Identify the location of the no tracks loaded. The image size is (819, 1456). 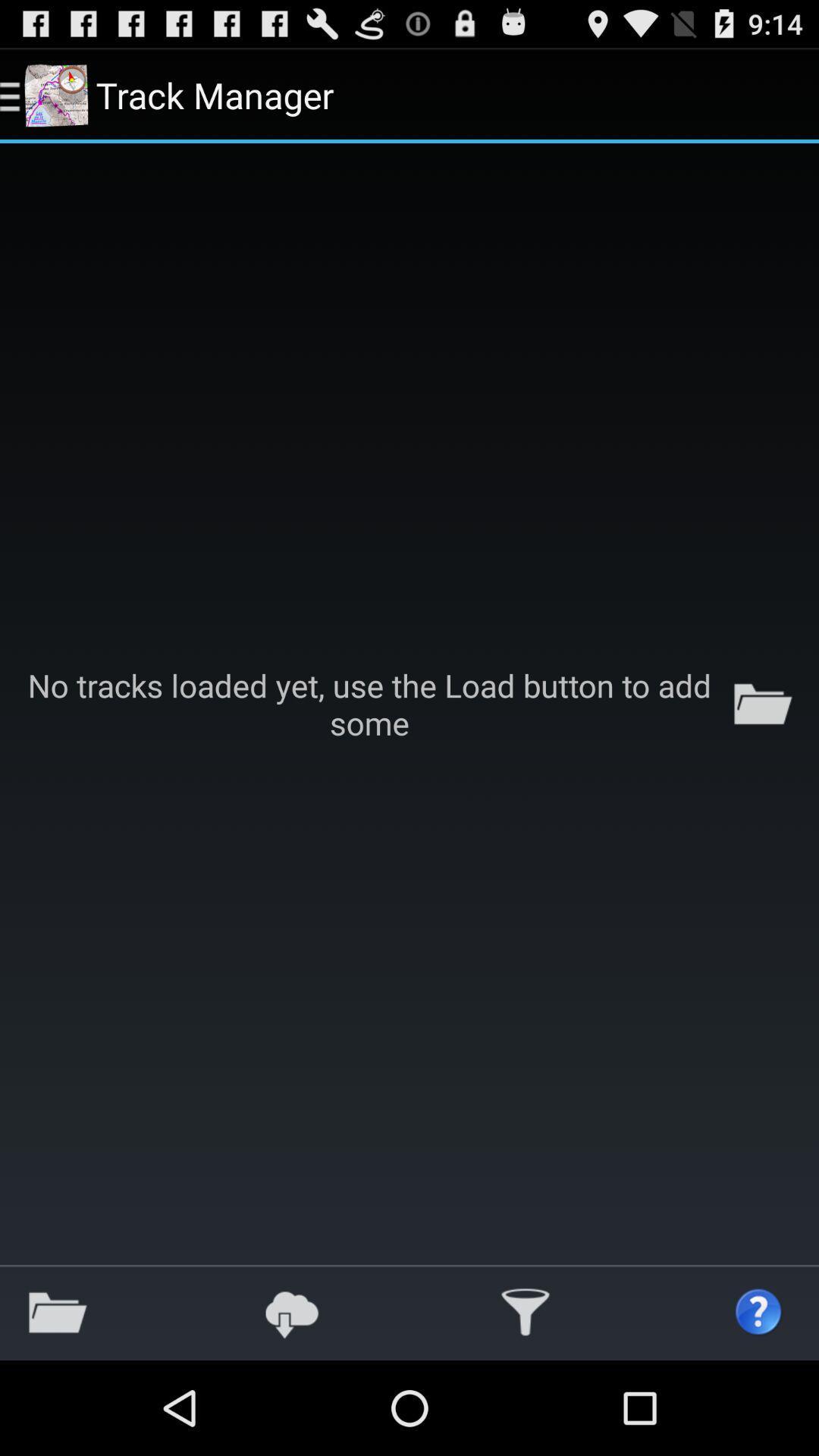
(409, 703).